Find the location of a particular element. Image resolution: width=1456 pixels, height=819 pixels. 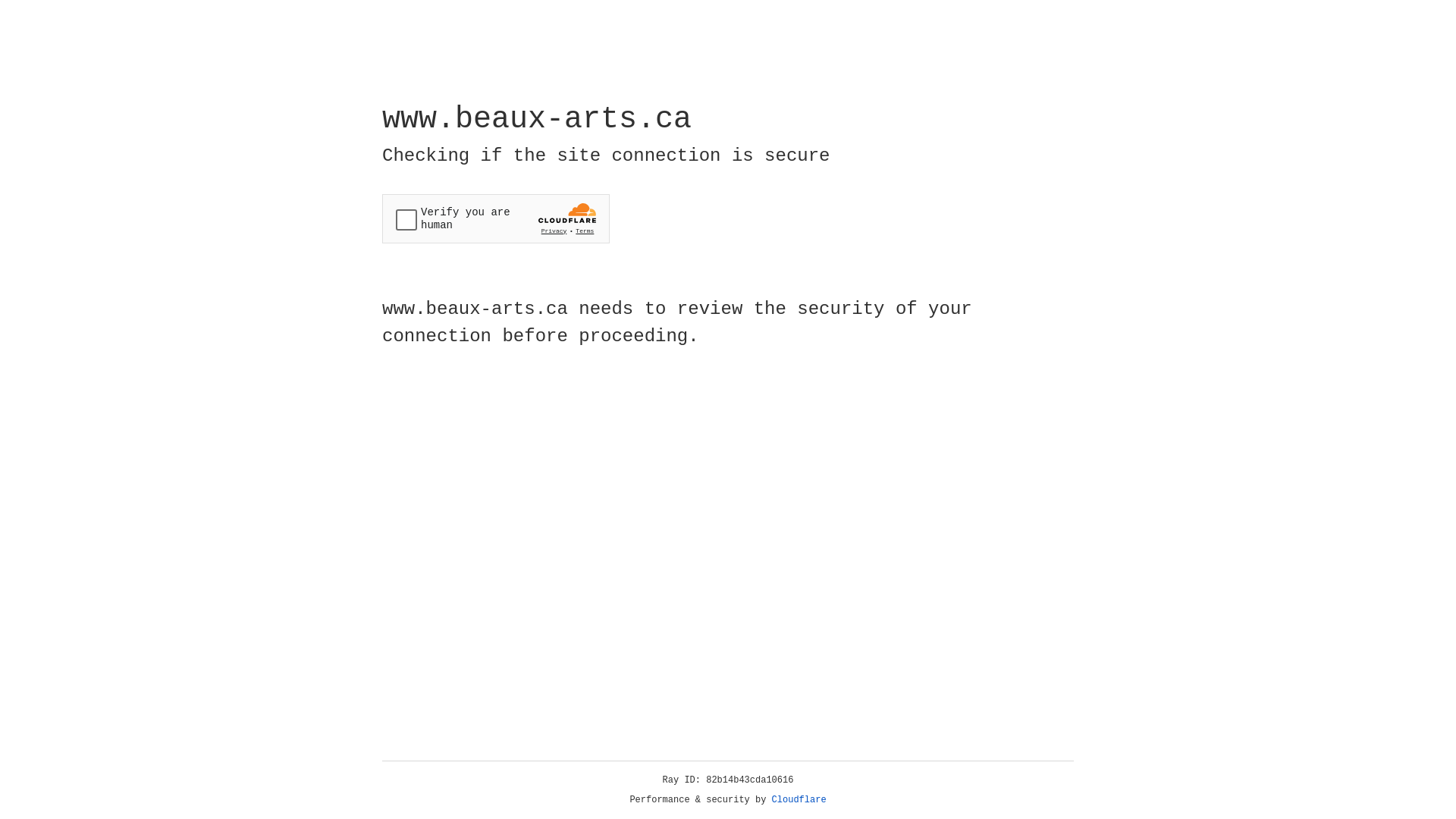

'Cloudflare' is located at coordinates (799, 799).